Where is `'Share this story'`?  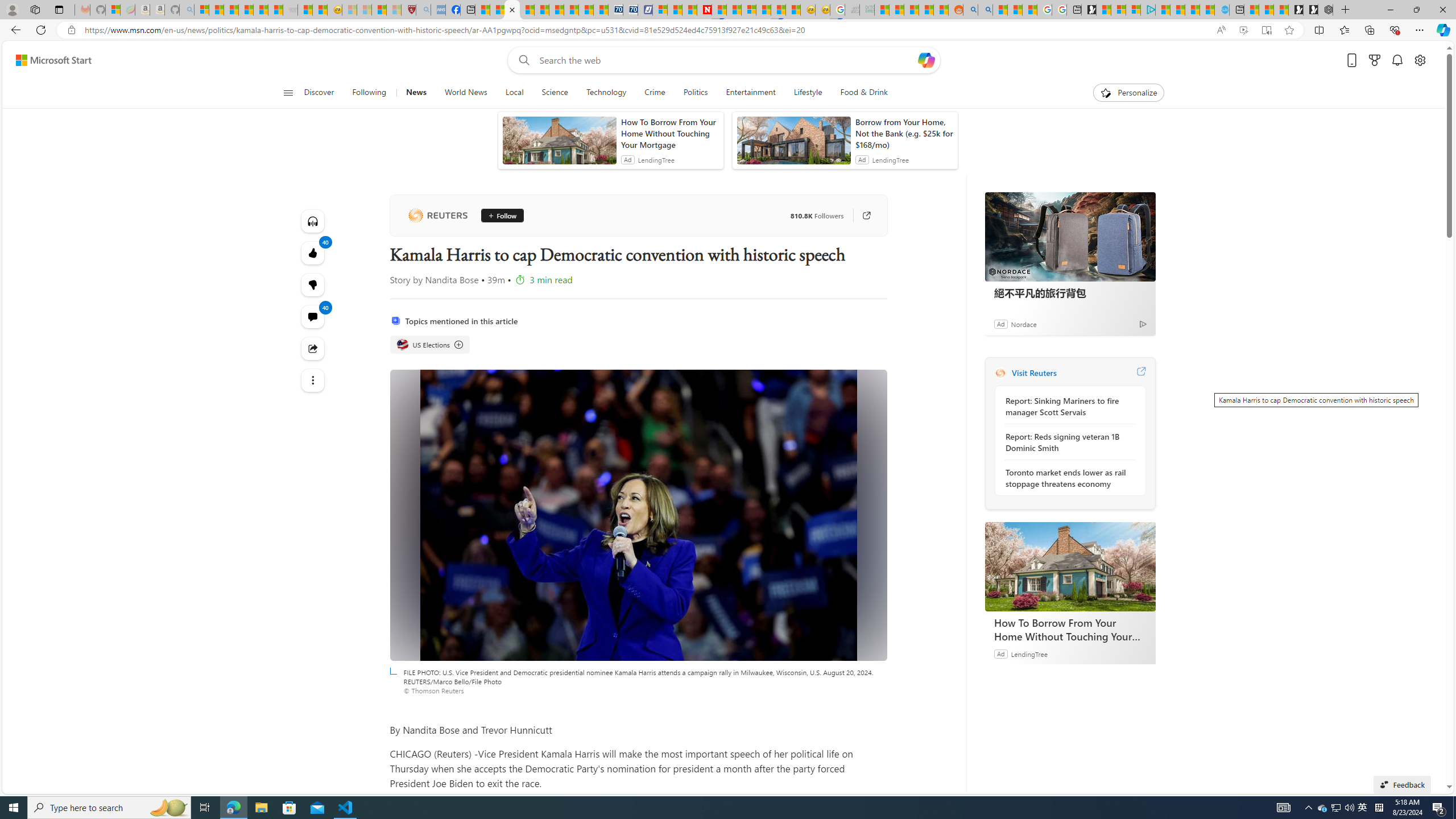
'Share this story' is located at coordinates (313, 348).